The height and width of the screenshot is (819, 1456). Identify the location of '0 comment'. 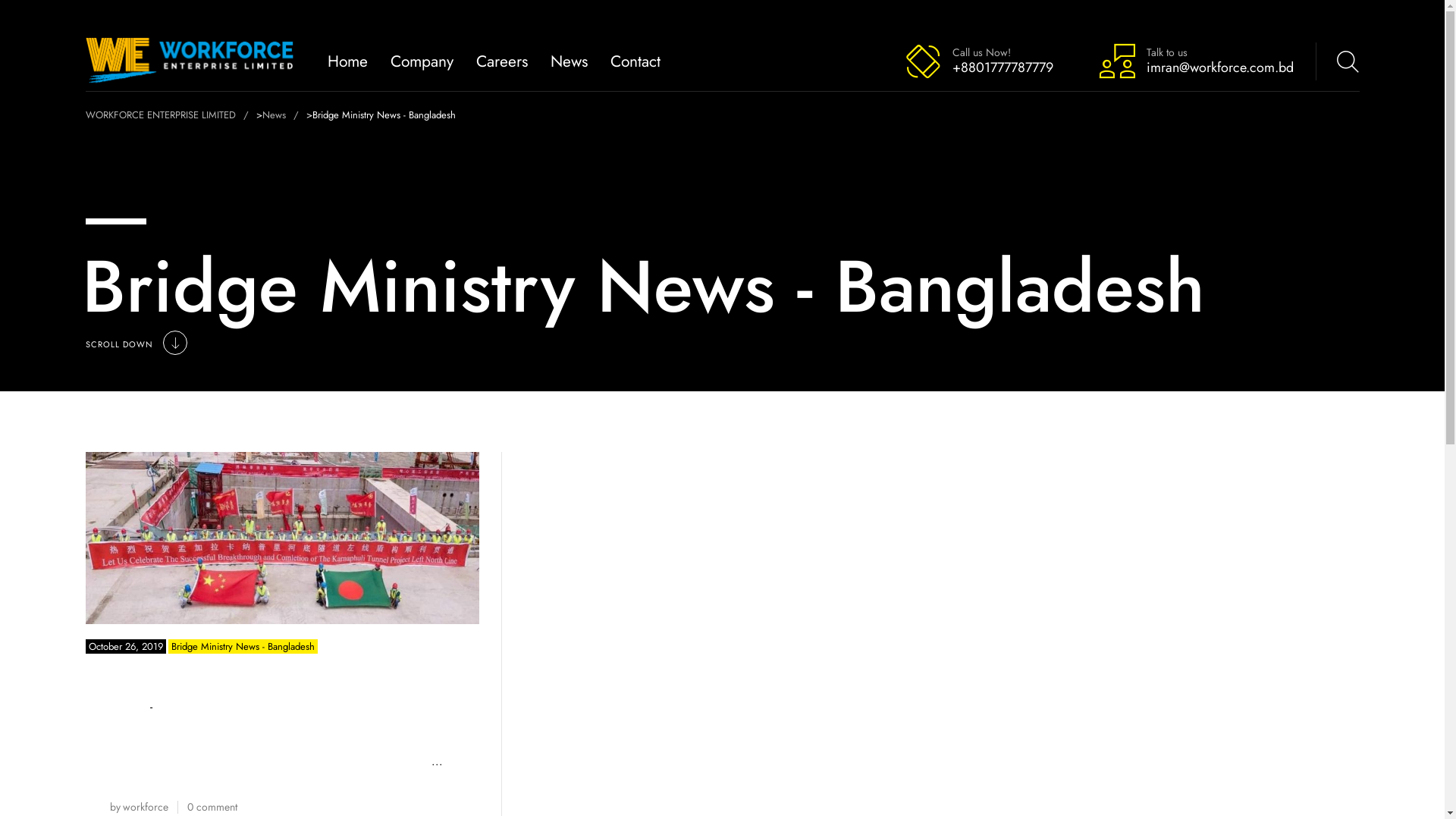
(210, 806).